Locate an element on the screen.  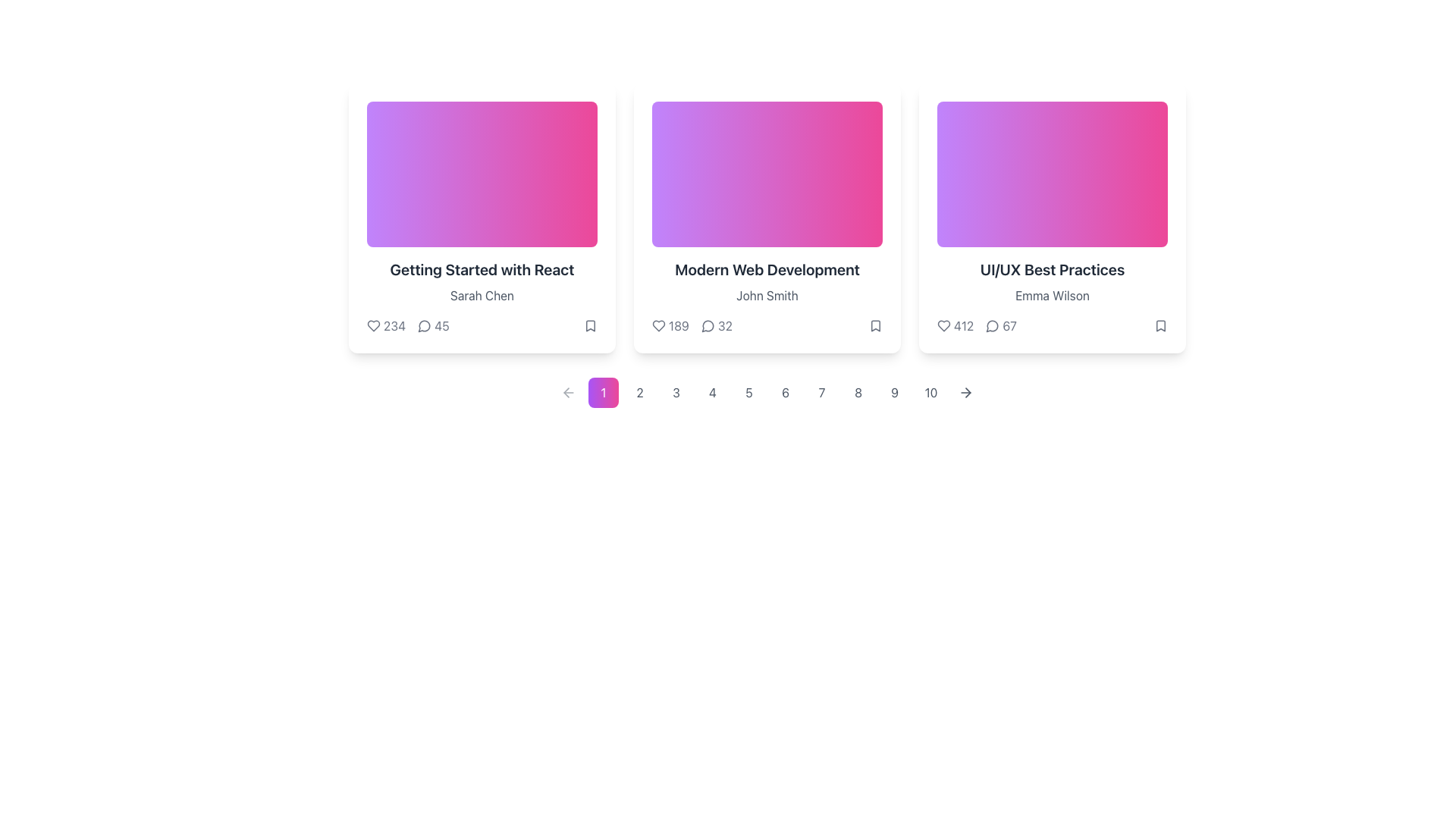
the first button in the horizontal list for navigation or selection, which represents the action associated with '1' is located at coordinates (603, 391).